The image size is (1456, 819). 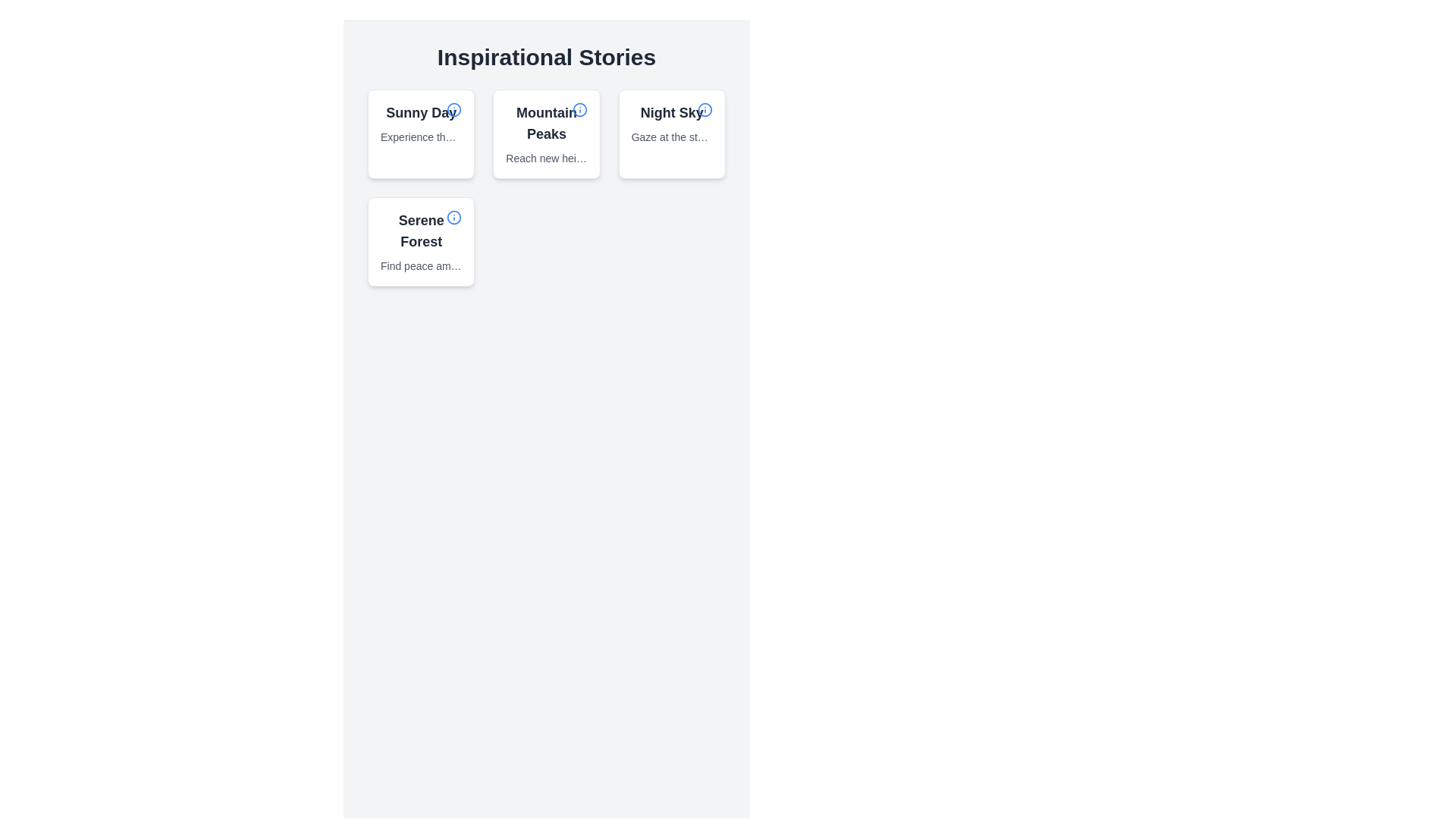 What do you see at coordinates (421, 241) in the screenshot?
I see `the 'Serene Forest' informational card located at the bottom-left of the grid under the 'Inspirational Stories' heading` at bounding box center [421, 241].